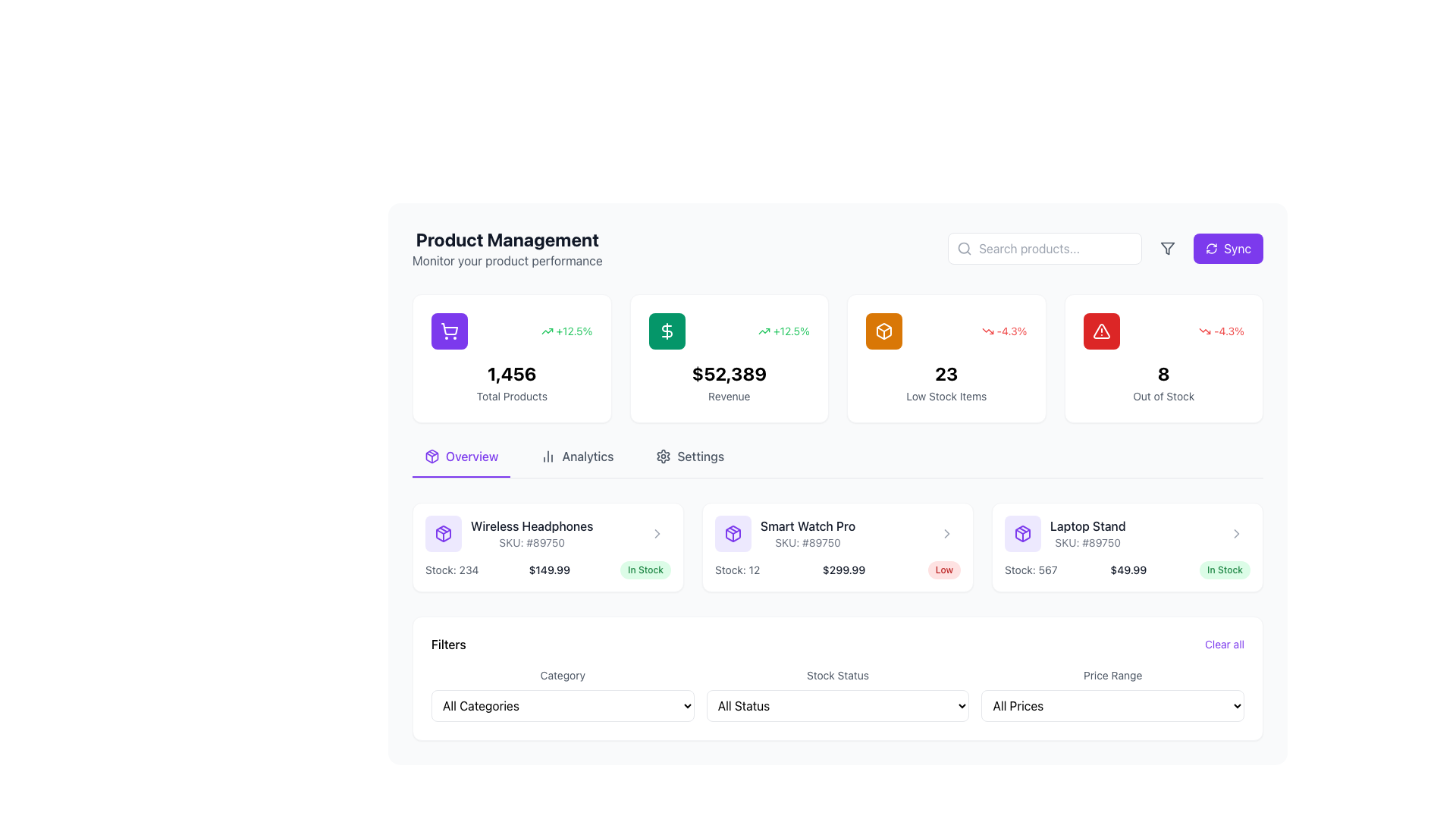 Image resolution: width=1456 pixels, height=819 pixels. What do you see at coordinates (1167, 247) in the screenshot?
I see `the filter funnel icon located in the top-right corner of the interface, adjacent to the purple 'Sync' button` at bounding box center [1167, 247].